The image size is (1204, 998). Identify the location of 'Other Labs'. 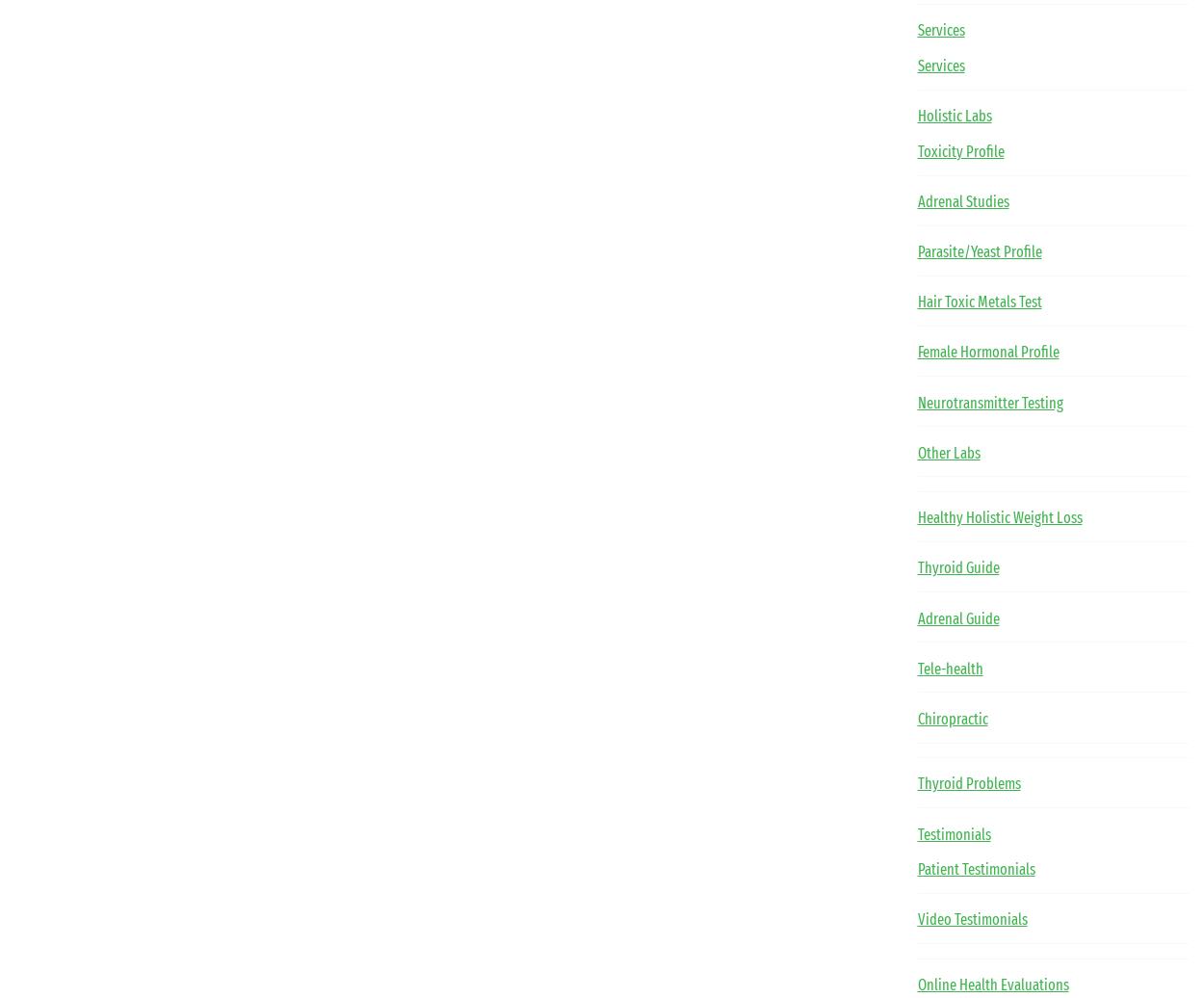
(947, 452).